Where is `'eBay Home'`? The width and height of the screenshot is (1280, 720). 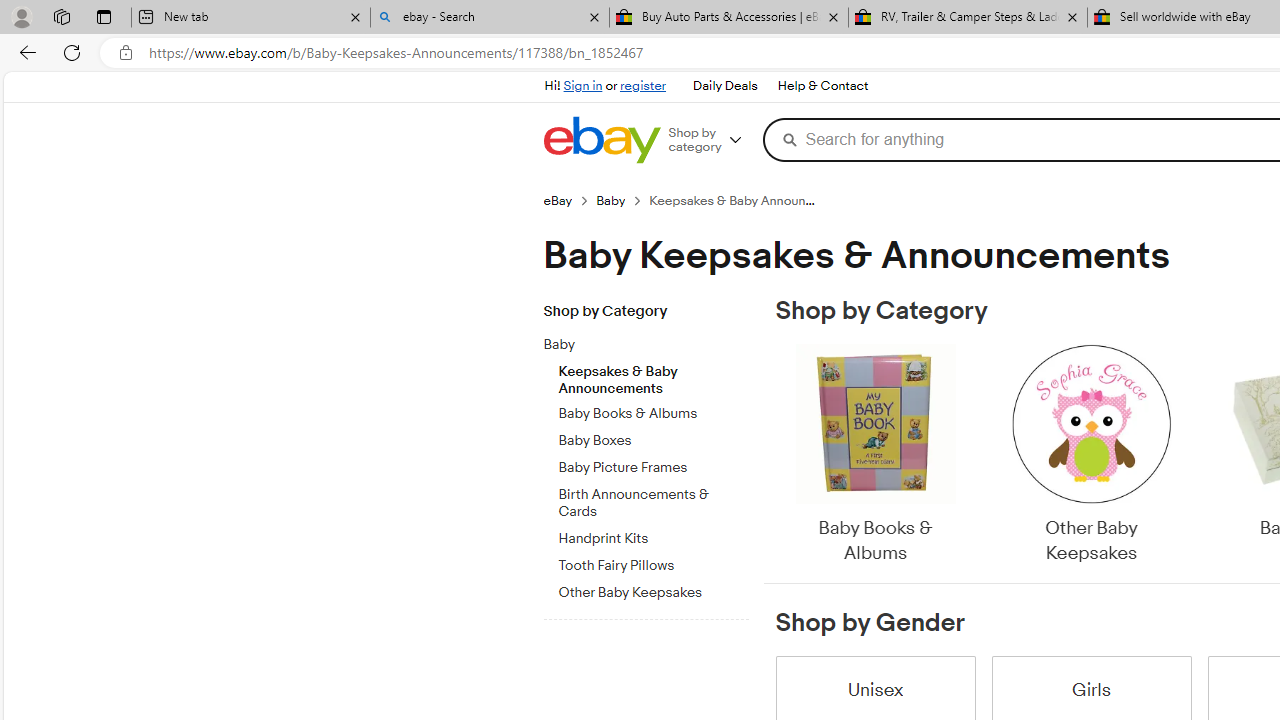 'eBay Home' is located at coordinates (600, 139).